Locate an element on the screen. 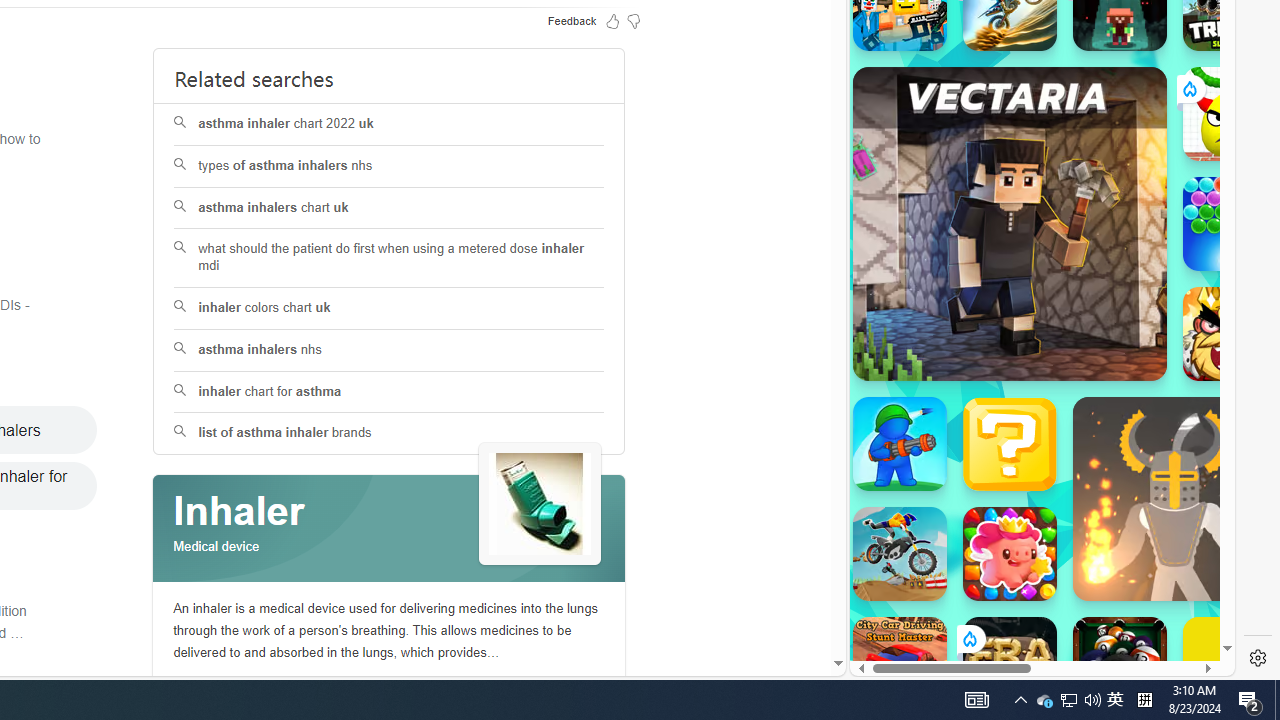 This screenshot has width=1280, height=720. 'Feedback Like' is located at coordinates (612, 20).